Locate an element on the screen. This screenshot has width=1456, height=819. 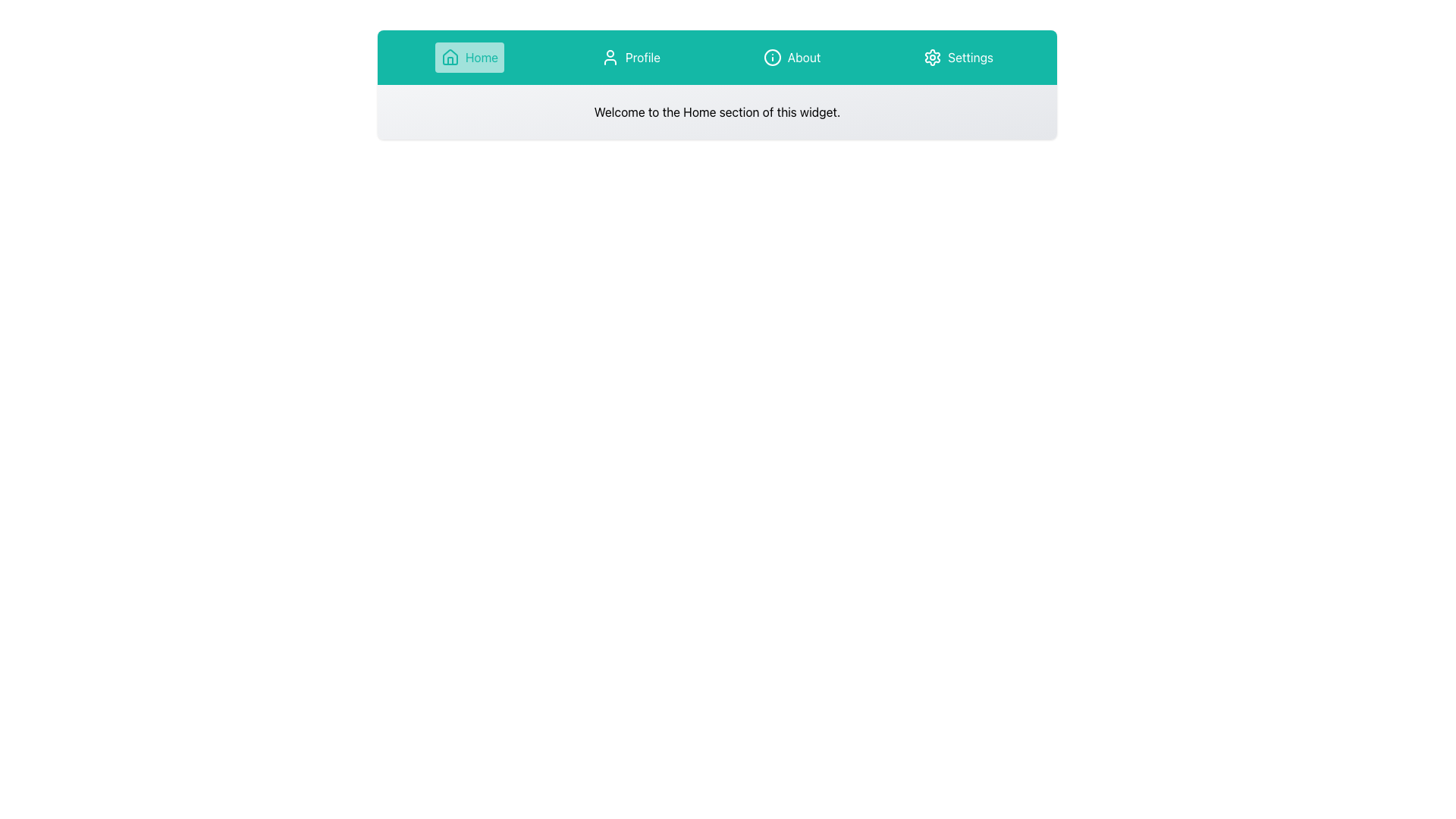
the 'About' button in the teal navigation bar is located at coordinates (791, 57).